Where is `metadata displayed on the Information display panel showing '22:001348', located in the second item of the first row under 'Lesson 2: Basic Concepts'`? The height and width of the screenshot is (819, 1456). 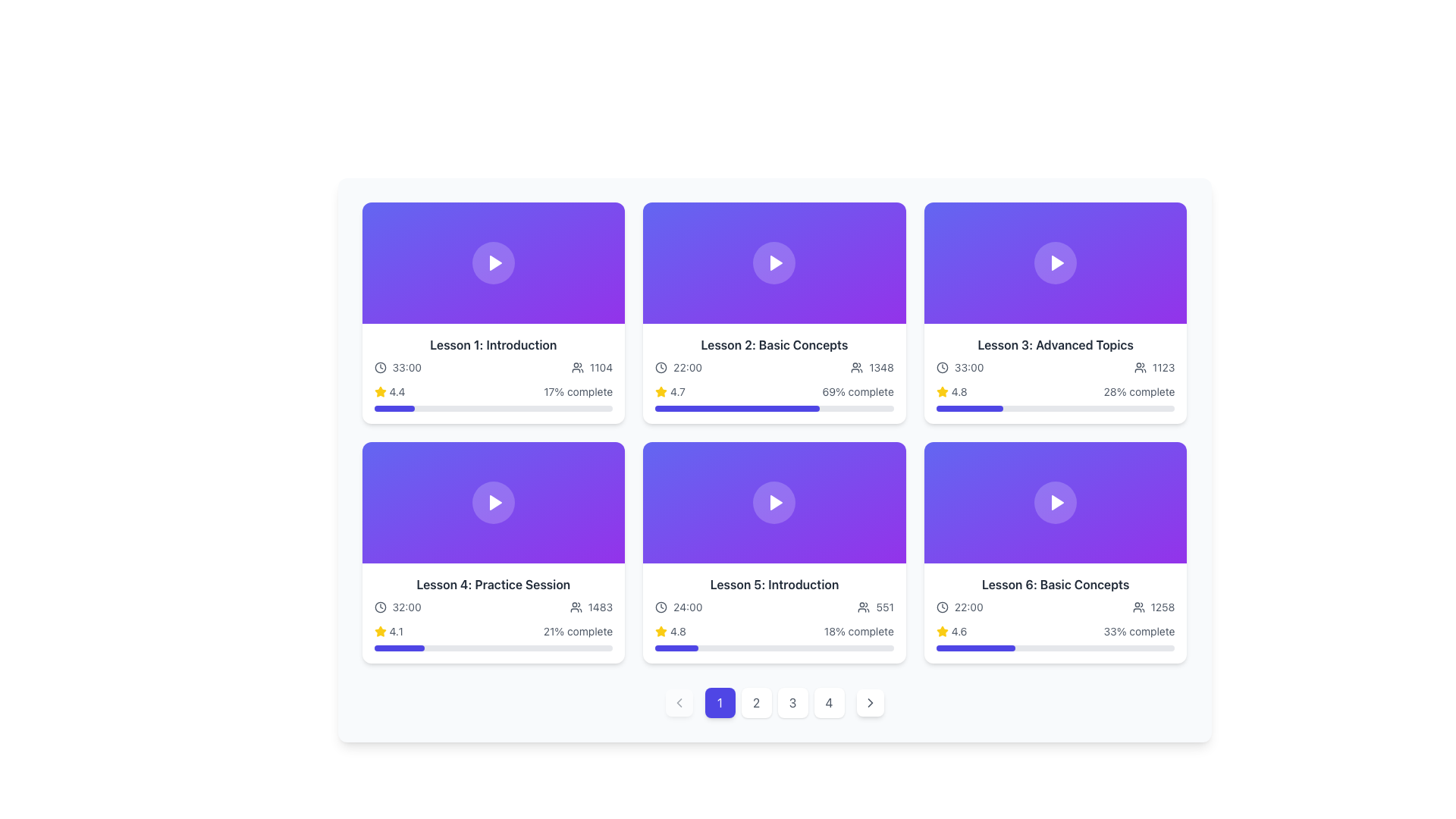
metadata displayed on the Information display panel showing '22:001348', located in the second item of the first row under 'Lesson 2: Basic Concepts' is located at coordinates (774, 368).